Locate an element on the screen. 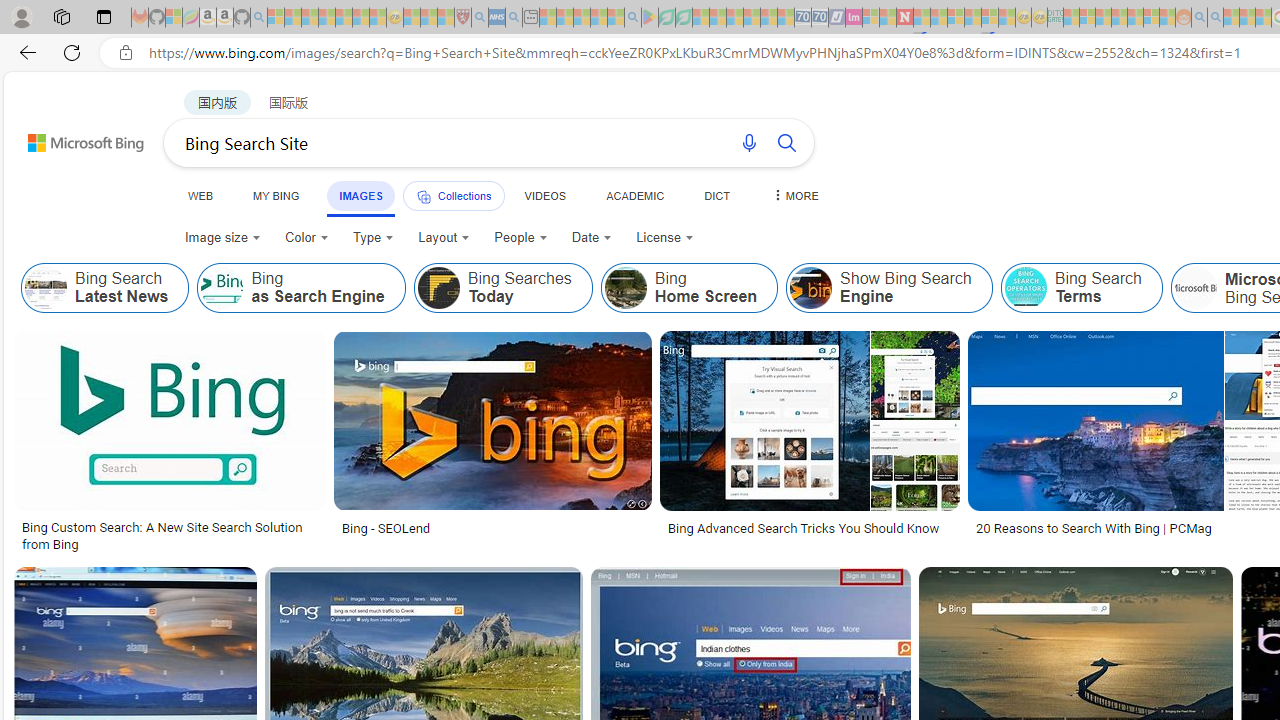  'Class: item col' is located at coordinates (1080, 288).